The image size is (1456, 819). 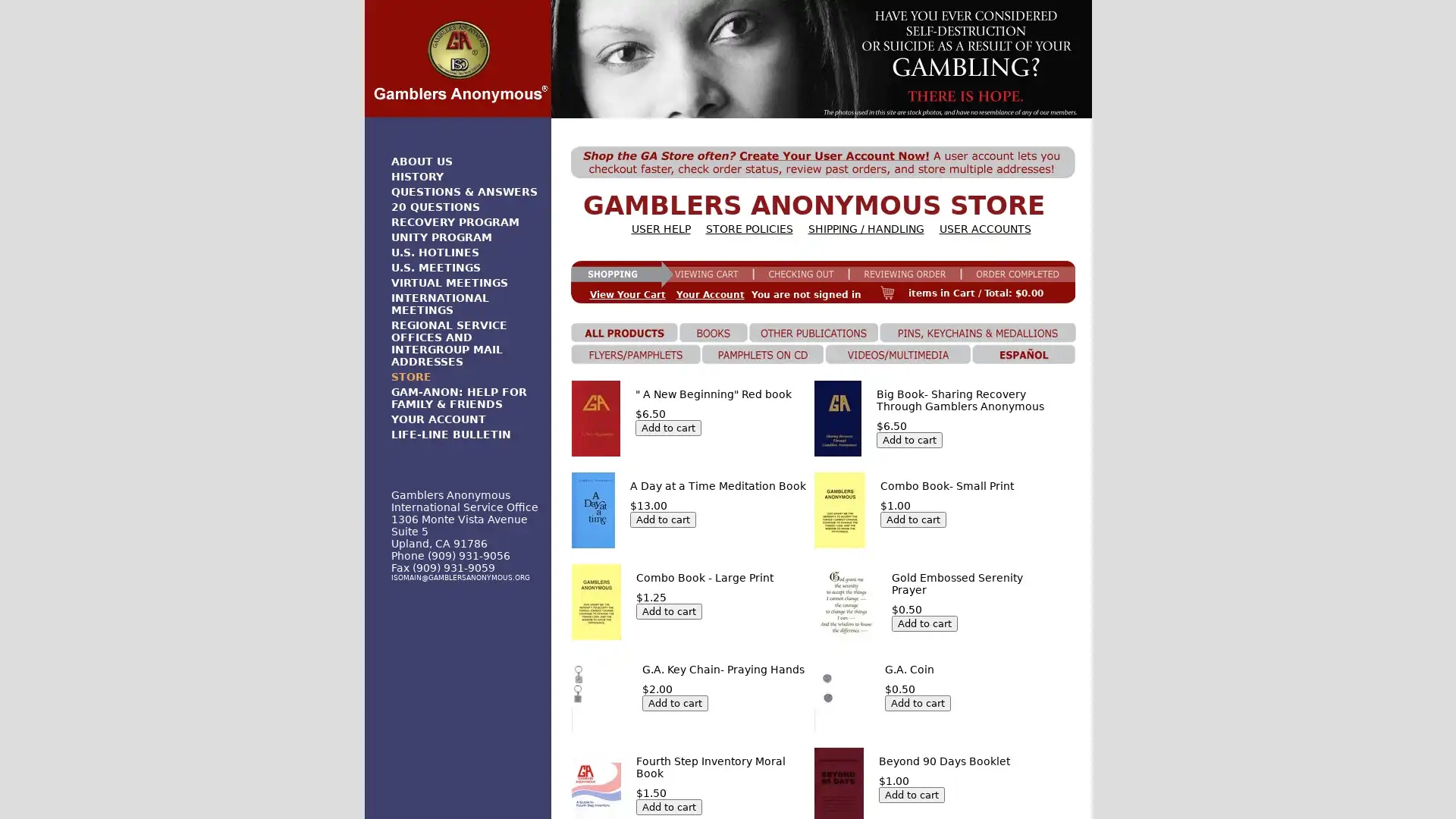 I want to click on Add to cart, so click(x=911, y=793).